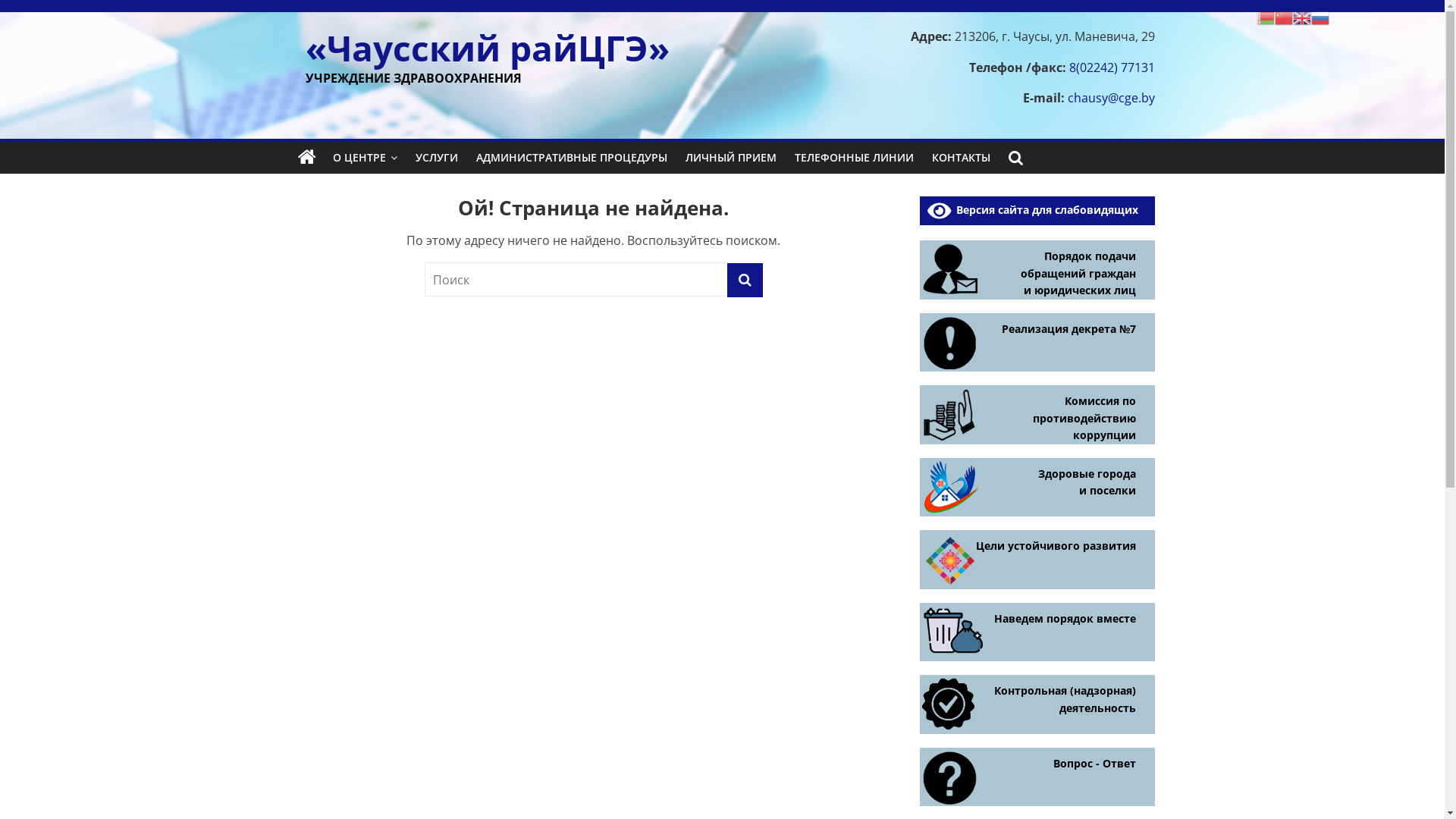  I want to click on '8(02242) 77131', so click(1112, 66).